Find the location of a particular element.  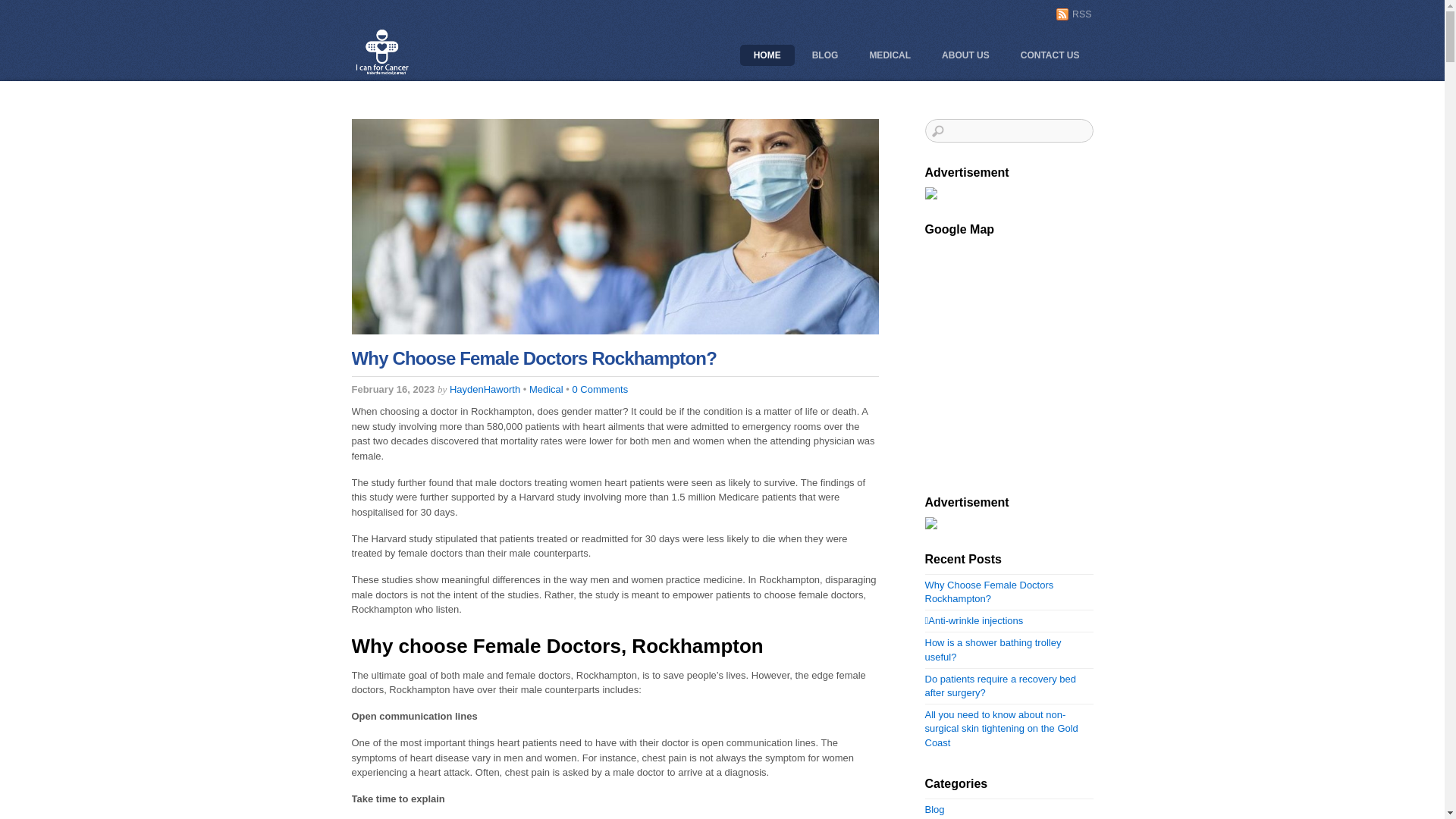

'Why Choose Female Doctors Rockhampton?' is located at coordinates (990, 591).